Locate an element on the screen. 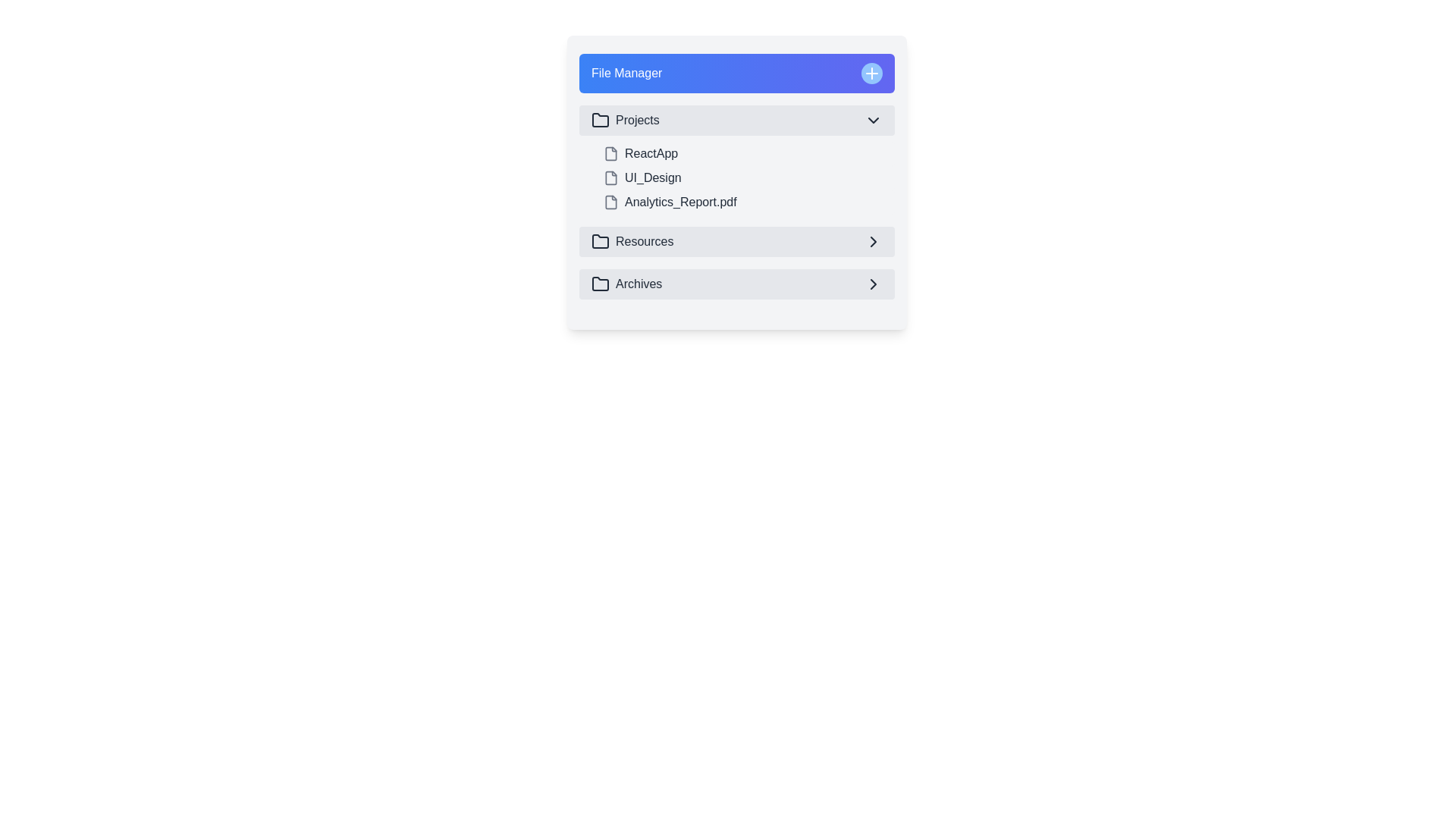  the Chevron Arrow icon located at the rightmost end of the 'Resources' row is located at coordinates (874, 241).